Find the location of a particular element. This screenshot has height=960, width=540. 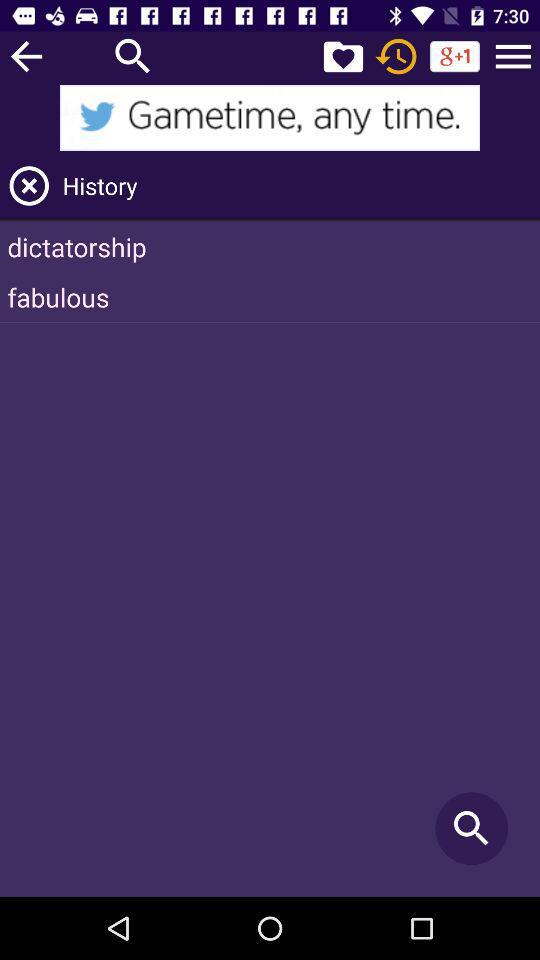

the menu icon is located at coordinates (513, 55).